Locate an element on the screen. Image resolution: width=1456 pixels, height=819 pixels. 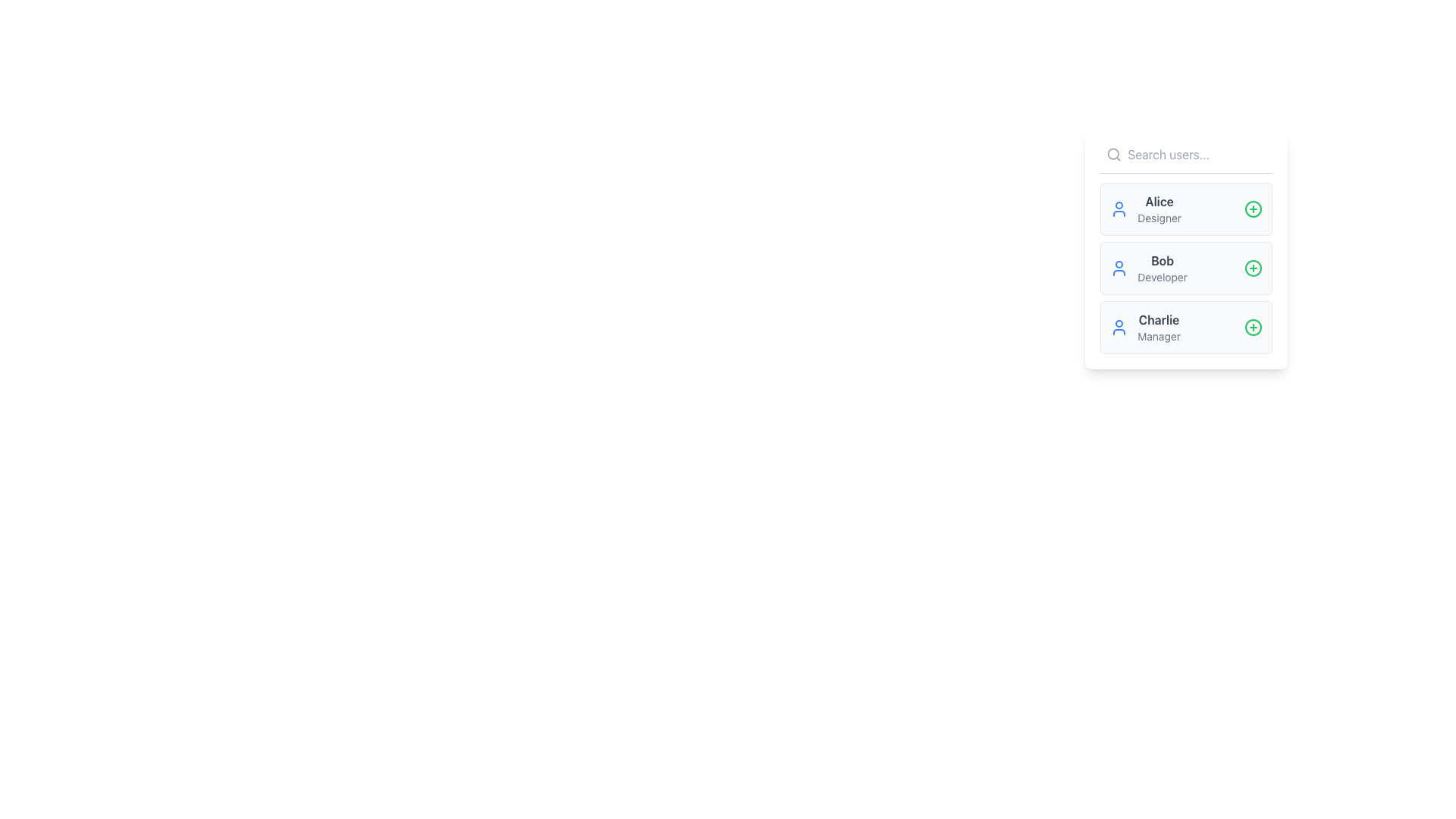
the decorative graphical element which is a circular shape with a green outline, located inside the second item of a vertical list styled as a plus button is located at coordinates (1253, 209).